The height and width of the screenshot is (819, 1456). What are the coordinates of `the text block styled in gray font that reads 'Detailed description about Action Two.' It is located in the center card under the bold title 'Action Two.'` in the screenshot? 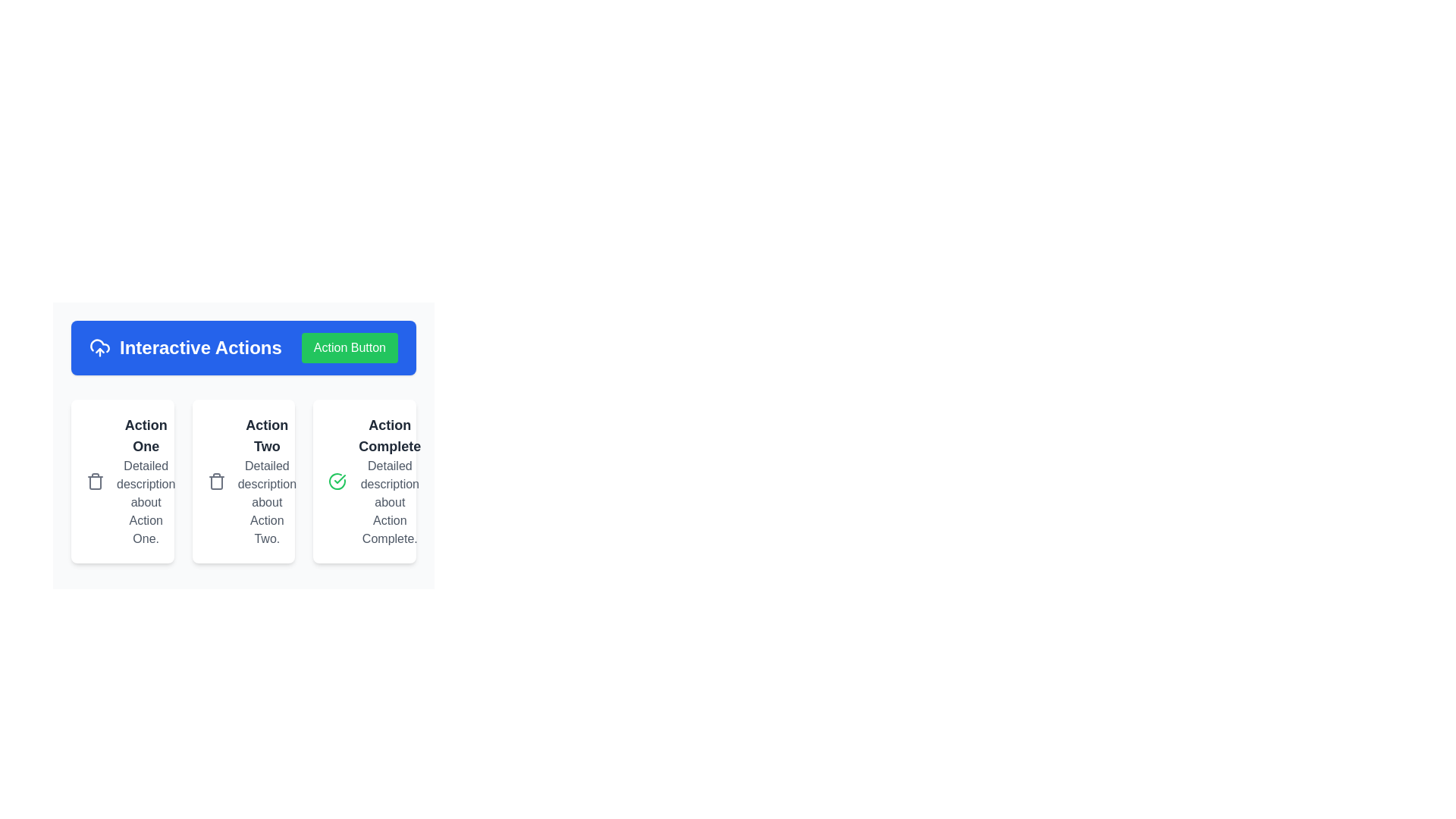 It's located at (267, 503).